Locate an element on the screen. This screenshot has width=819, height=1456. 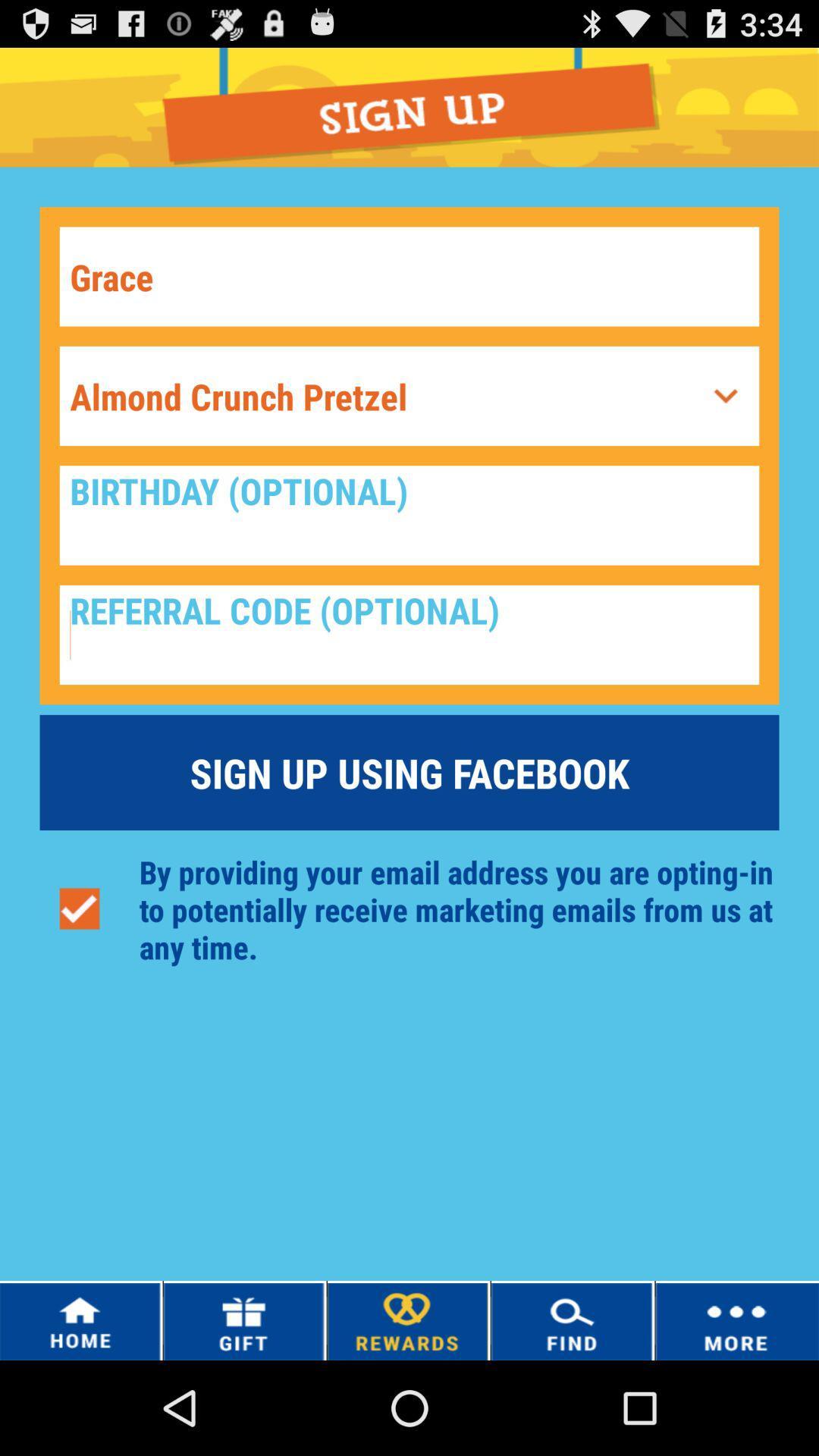
the right of home is located at coordinates (243, 1320).